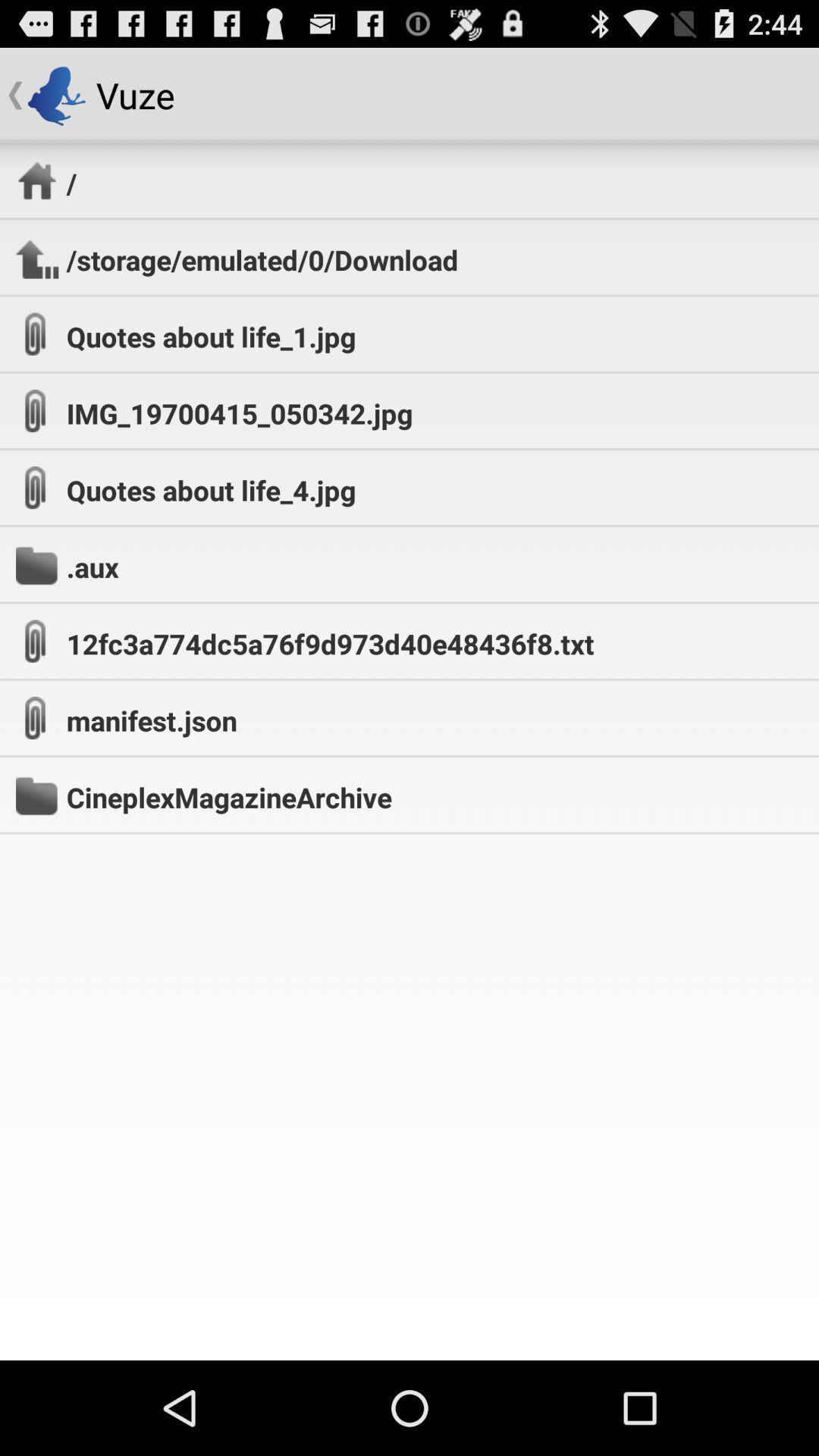 Image resolution: width=819 pixels, height=1456 pixels. I want to click on the .aux, so click(93, 566).